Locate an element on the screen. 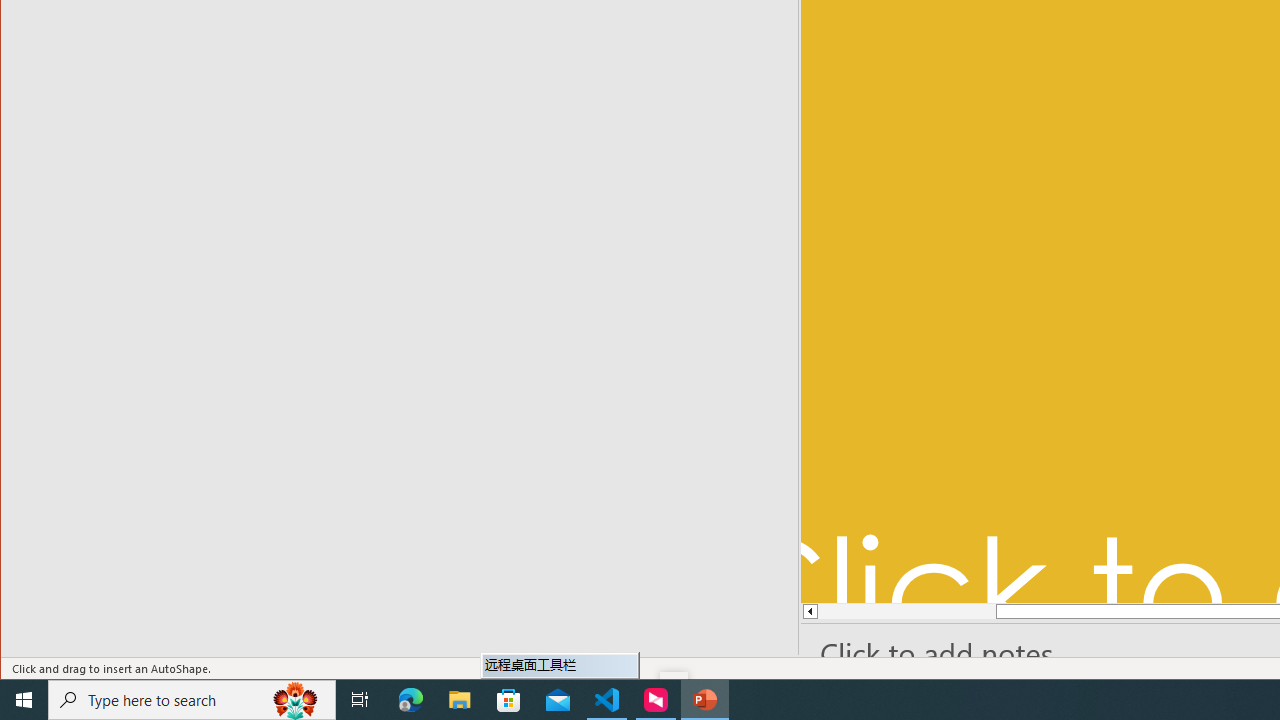  'Microsoft Edge' is located at coordinates (410, 698).